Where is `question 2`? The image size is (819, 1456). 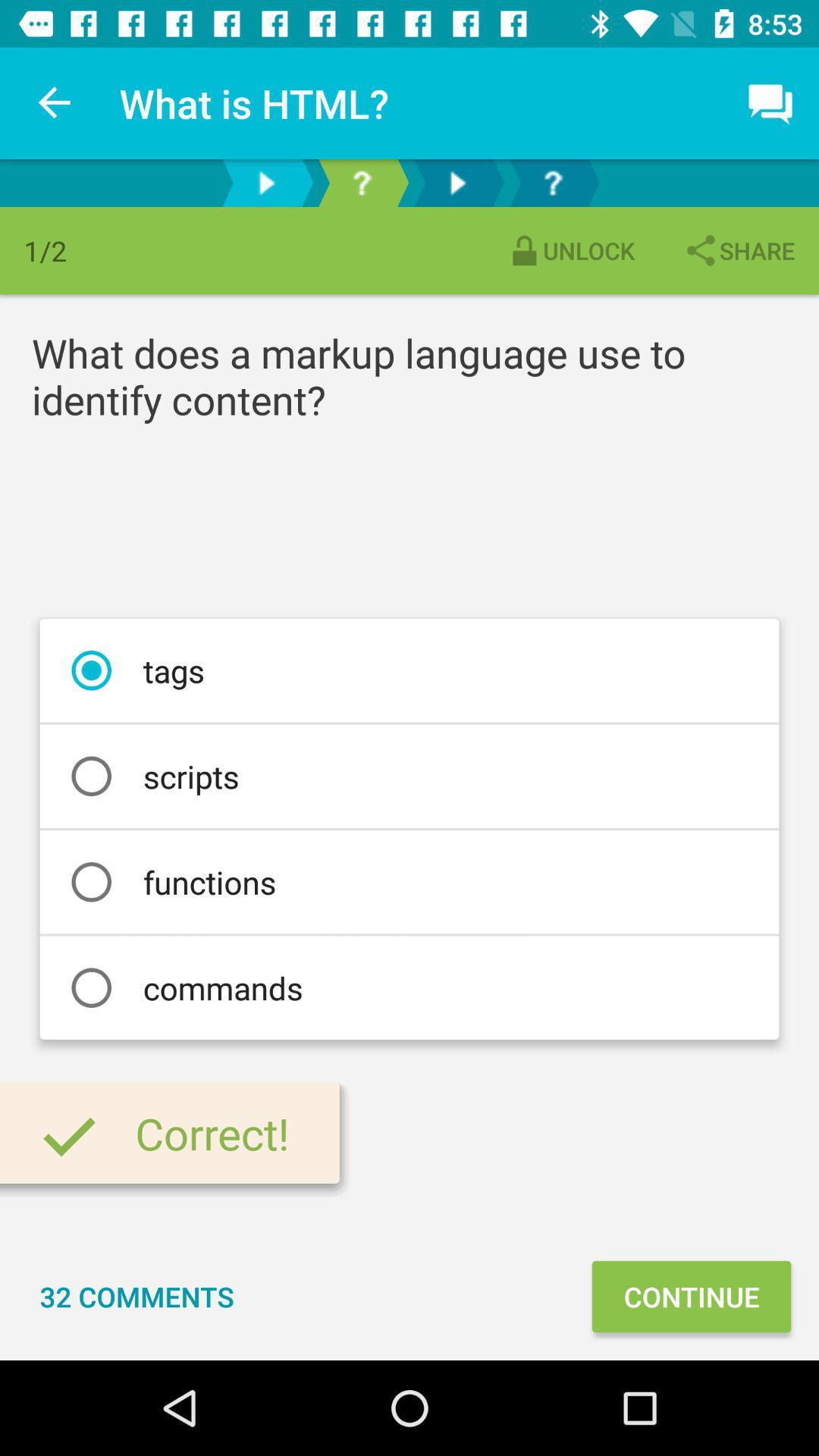 question 2 is located at coordinates (553, 182).